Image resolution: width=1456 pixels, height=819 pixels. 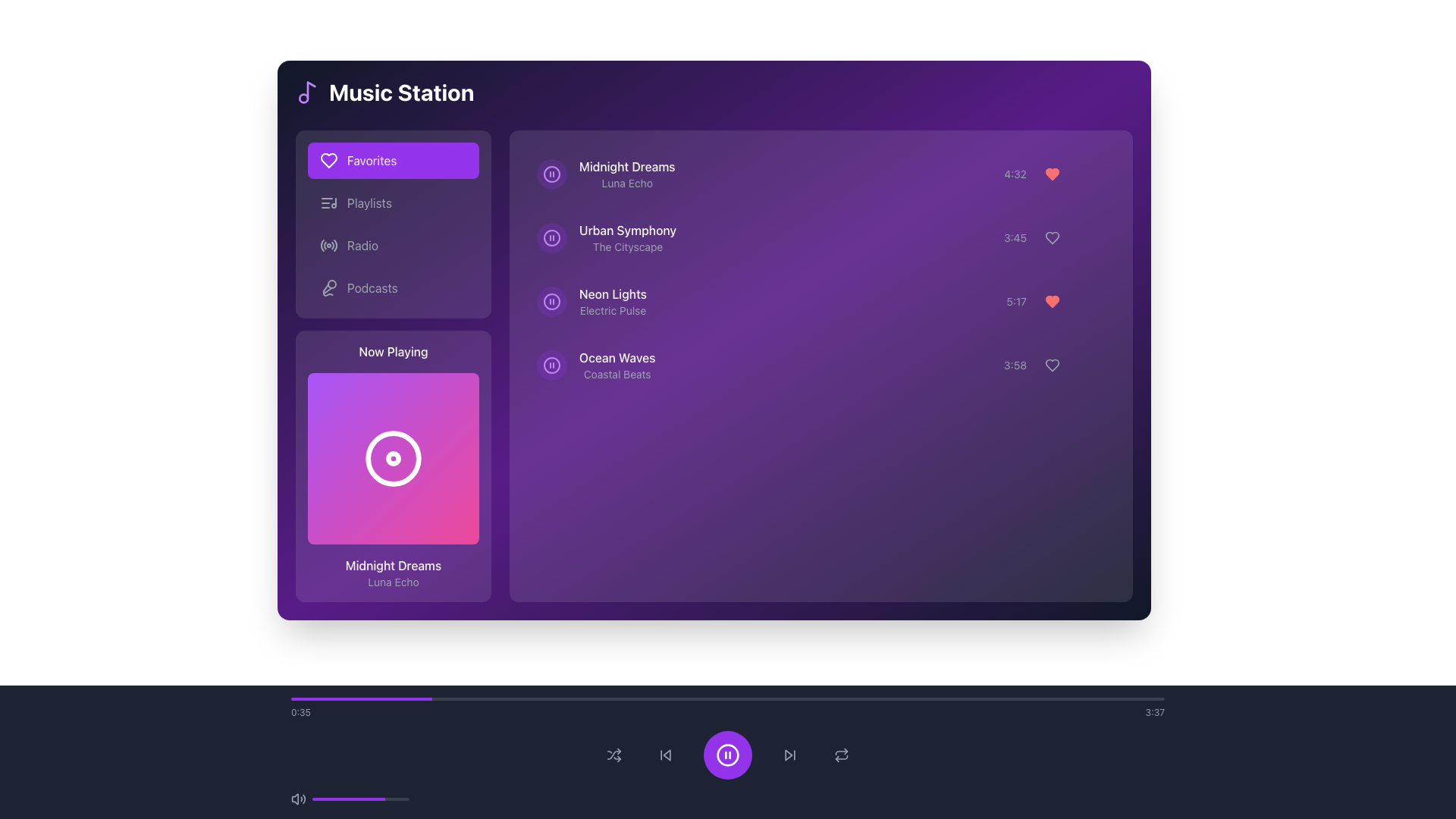 What do you see at coordinates (551, 237) in the screenshot?
I see `the SVG Circle Shape associated with the 'Urban Symphony' media item, which has a stroke outline and is located on the right side of the interface` at bounding box center [551, 237].